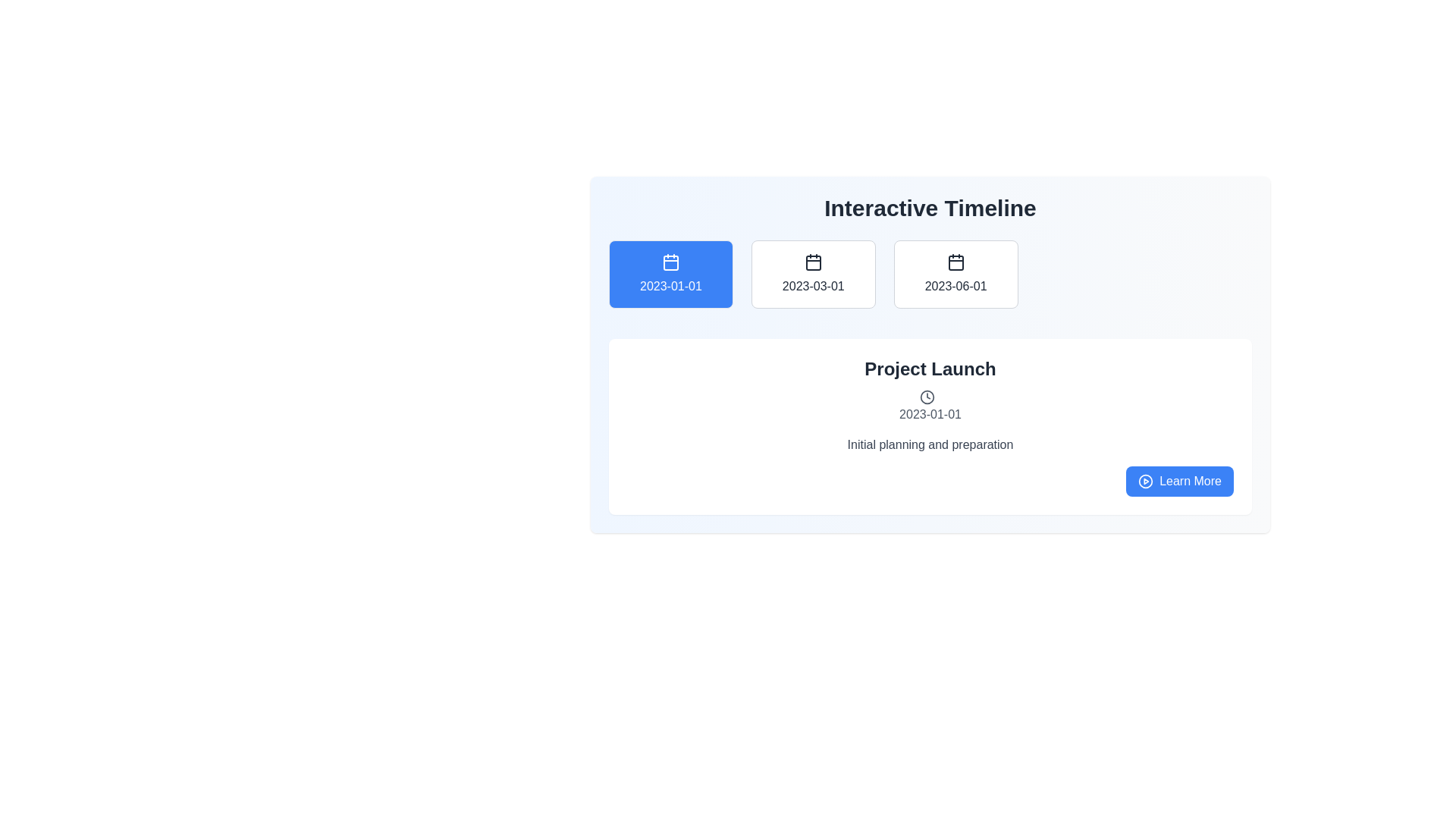 This screenshot has height=819, width=1456. Describe the element at coordinates (955, 287) in the screenshot. I see `date displayed on the text label showing '2023-06-01', which is located in the lower portion of the third button of a horizontal set of date buttons, beneath a calendar icon` at that location.